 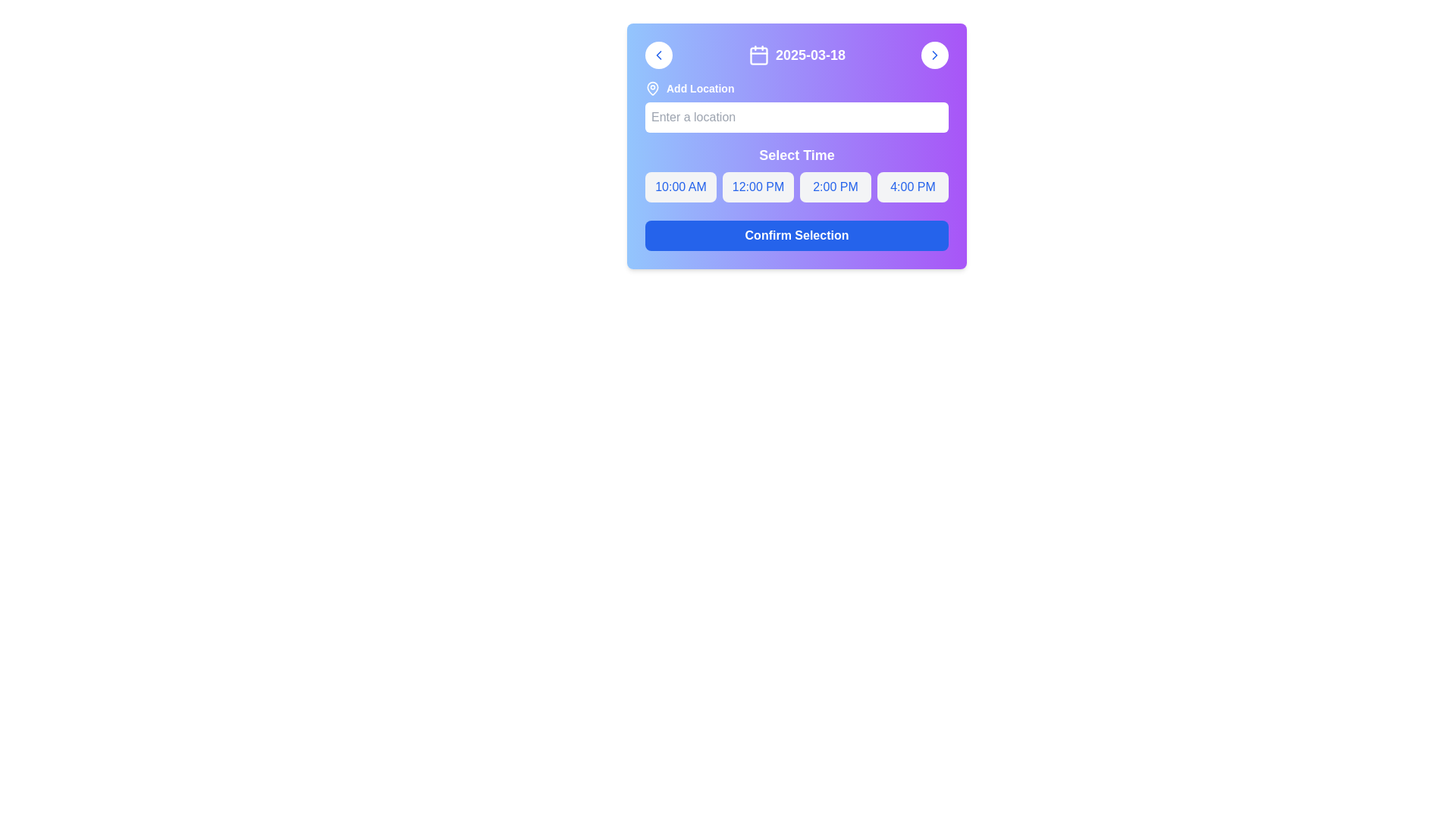 I want to click on the left-pointing chevron icon within the circular button located on the left side of the date display in the calendar interface, so click(x=658, y=55).